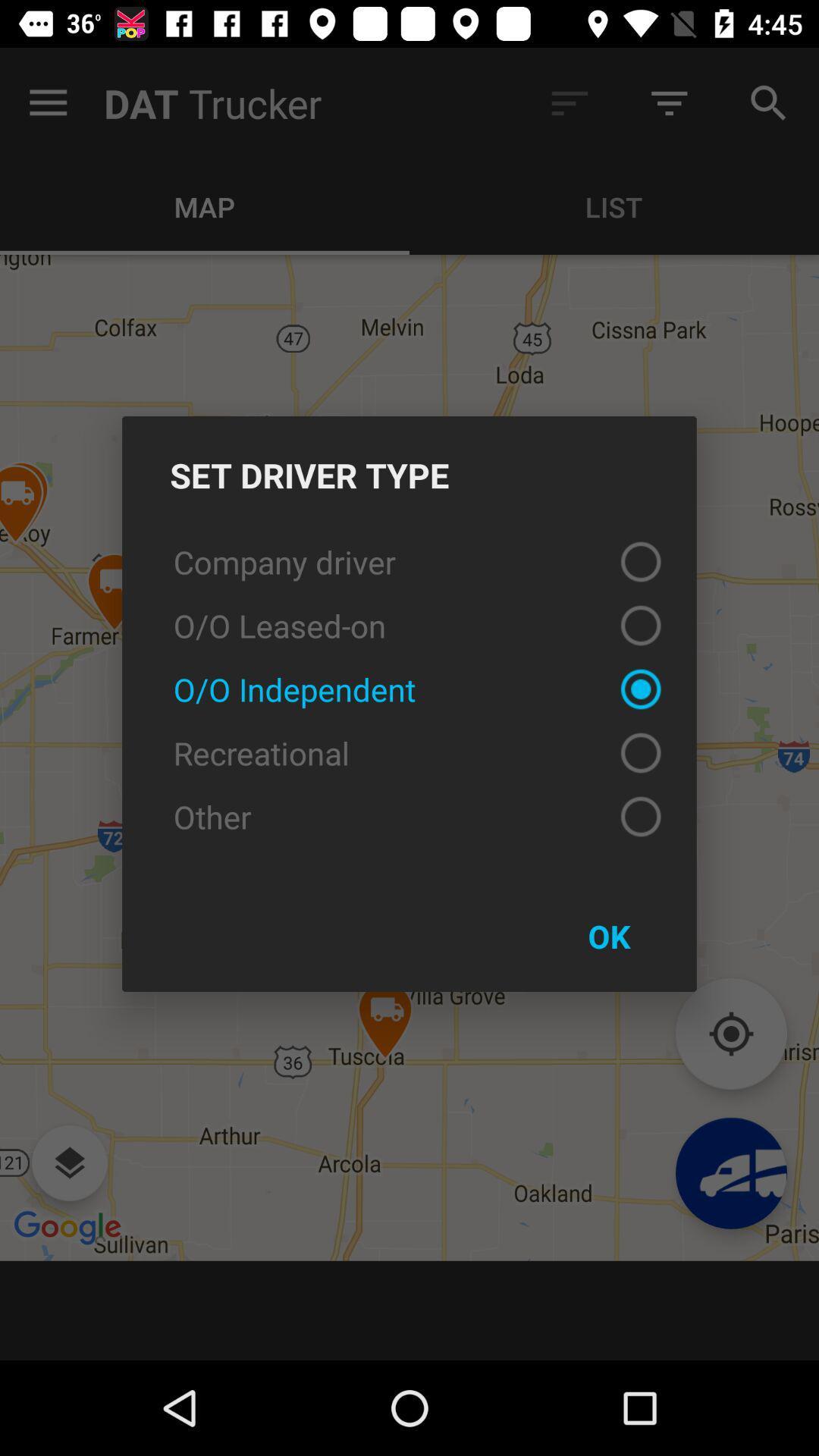  I want to click on icon on the right, so click(608, 935).